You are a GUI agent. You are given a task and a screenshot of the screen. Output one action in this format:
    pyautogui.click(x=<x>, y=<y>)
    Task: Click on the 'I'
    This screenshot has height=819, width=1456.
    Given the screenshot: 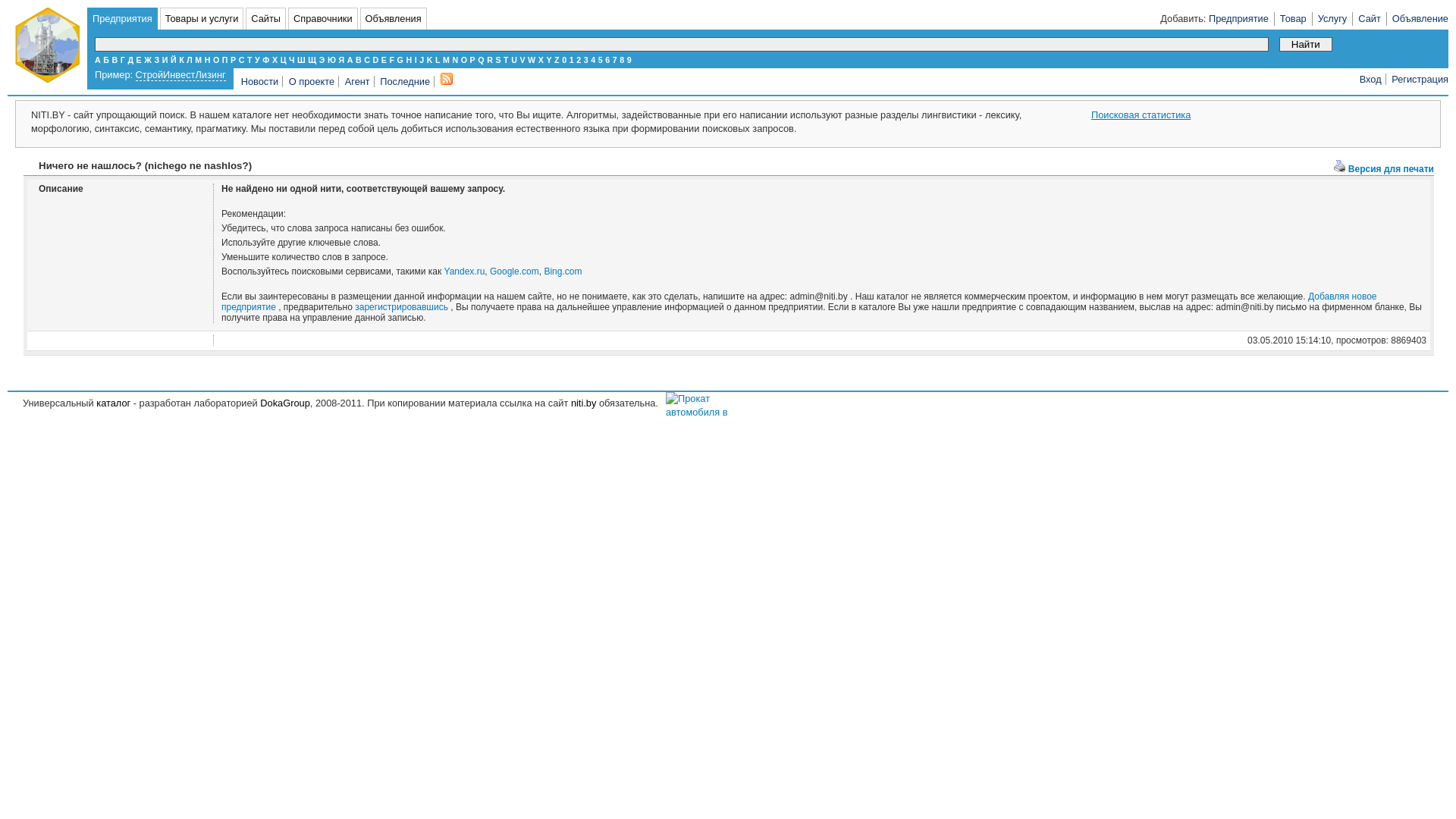 What is the action you would take?
    pyautogui.click(x=415, y=58)
    